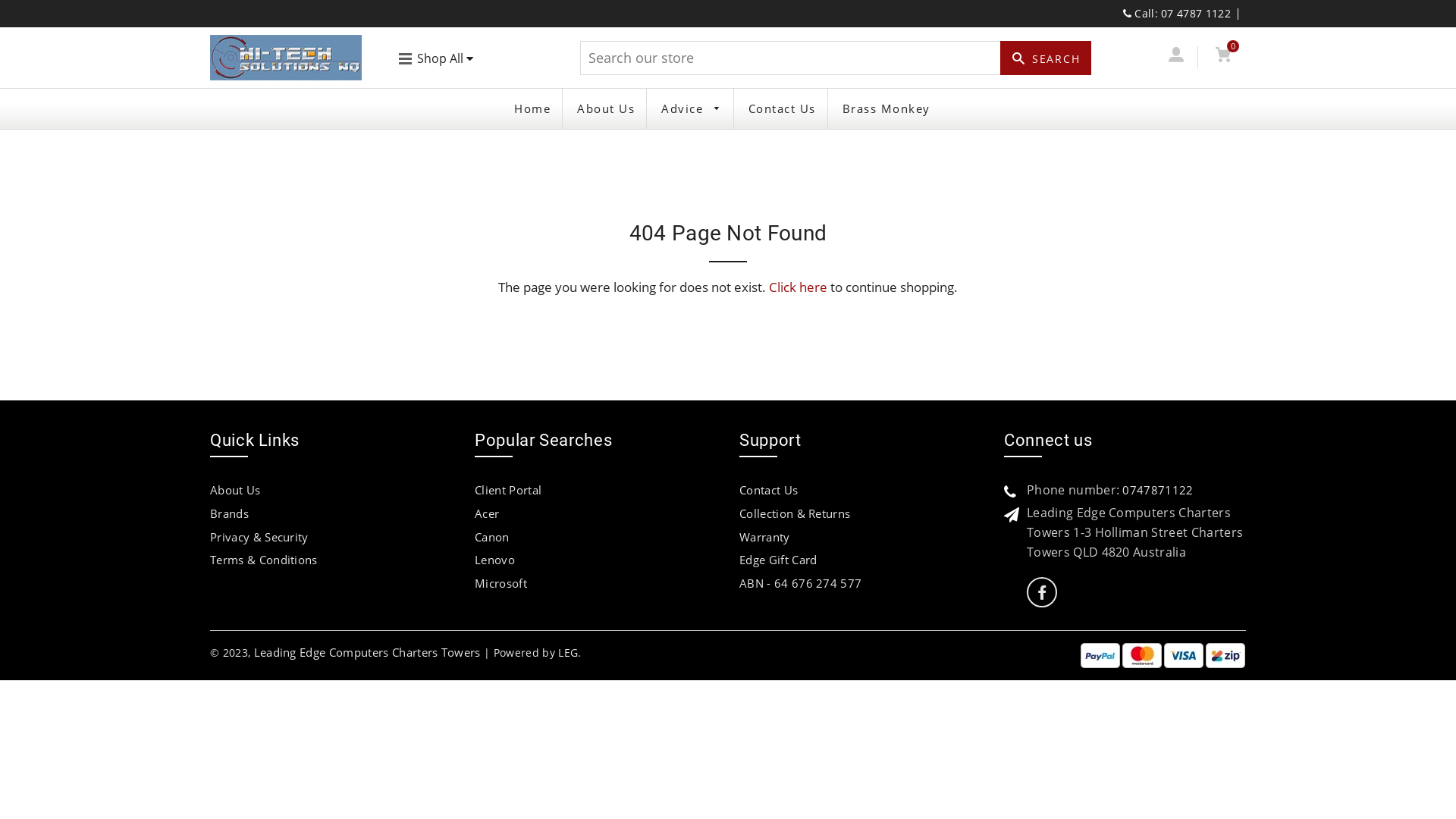  Describe the element at coordinates (491, 536) in the screenshot. I see `'Canon'` at that location.